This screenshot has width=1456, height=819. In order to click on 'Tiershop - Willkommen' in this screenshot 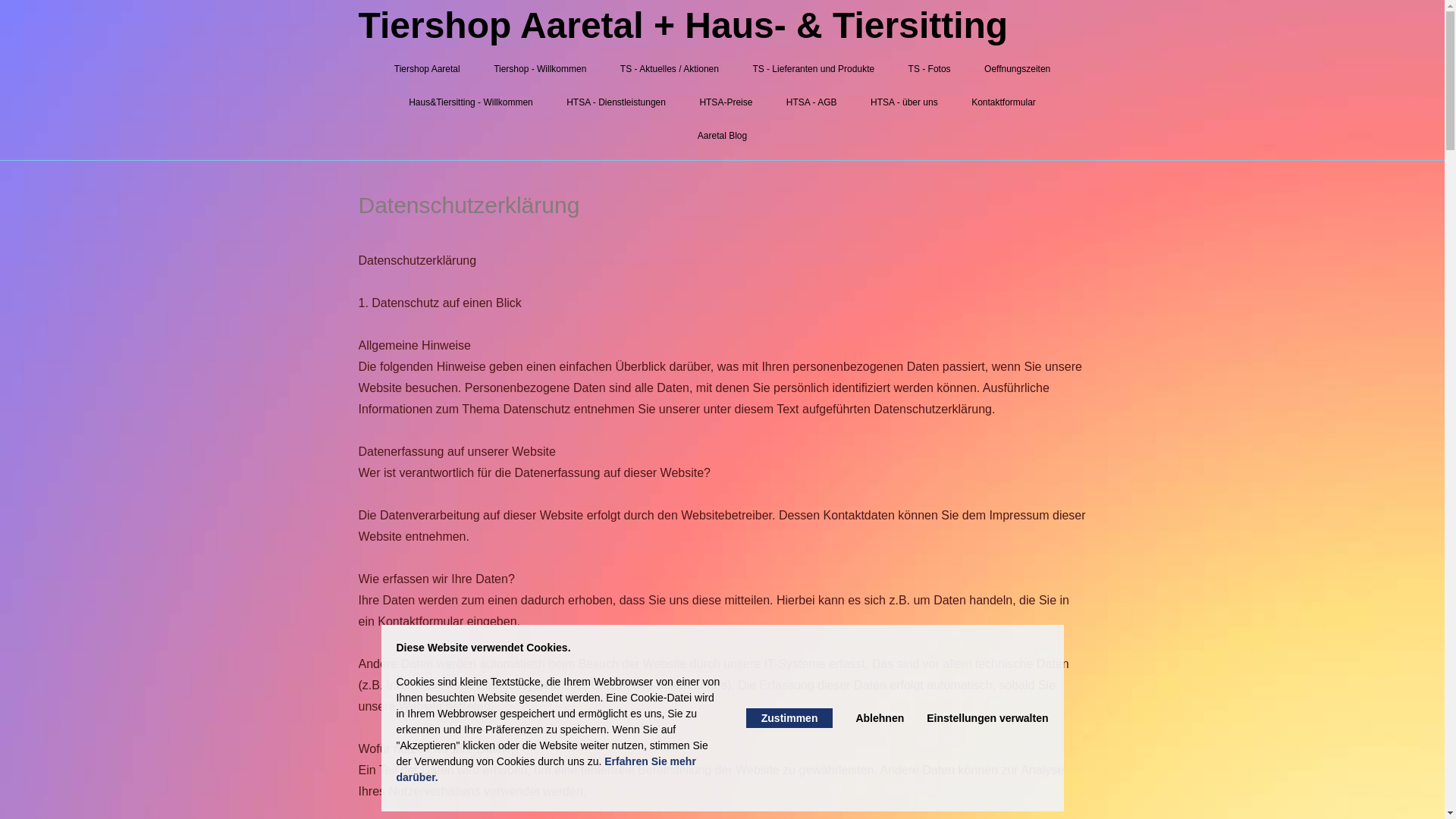, I will do `click(539, 69)`.